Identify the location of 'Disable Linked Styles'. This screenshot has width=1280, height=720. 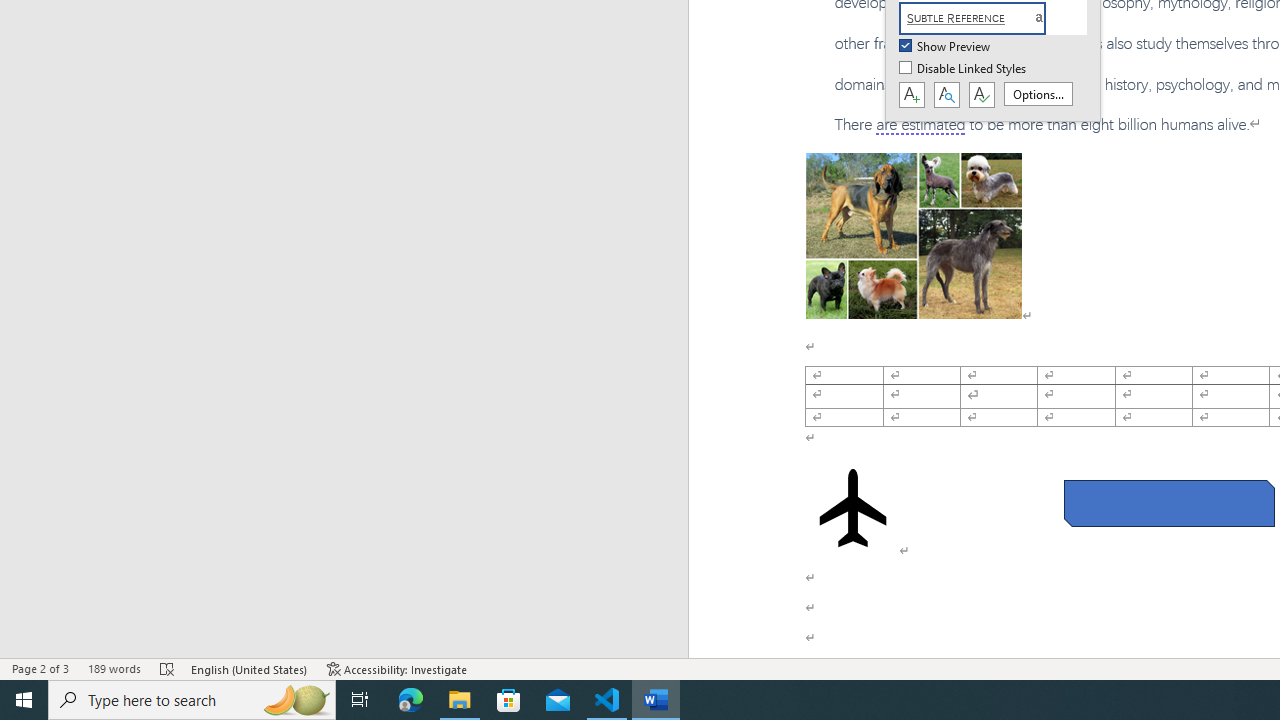
(964, 68).